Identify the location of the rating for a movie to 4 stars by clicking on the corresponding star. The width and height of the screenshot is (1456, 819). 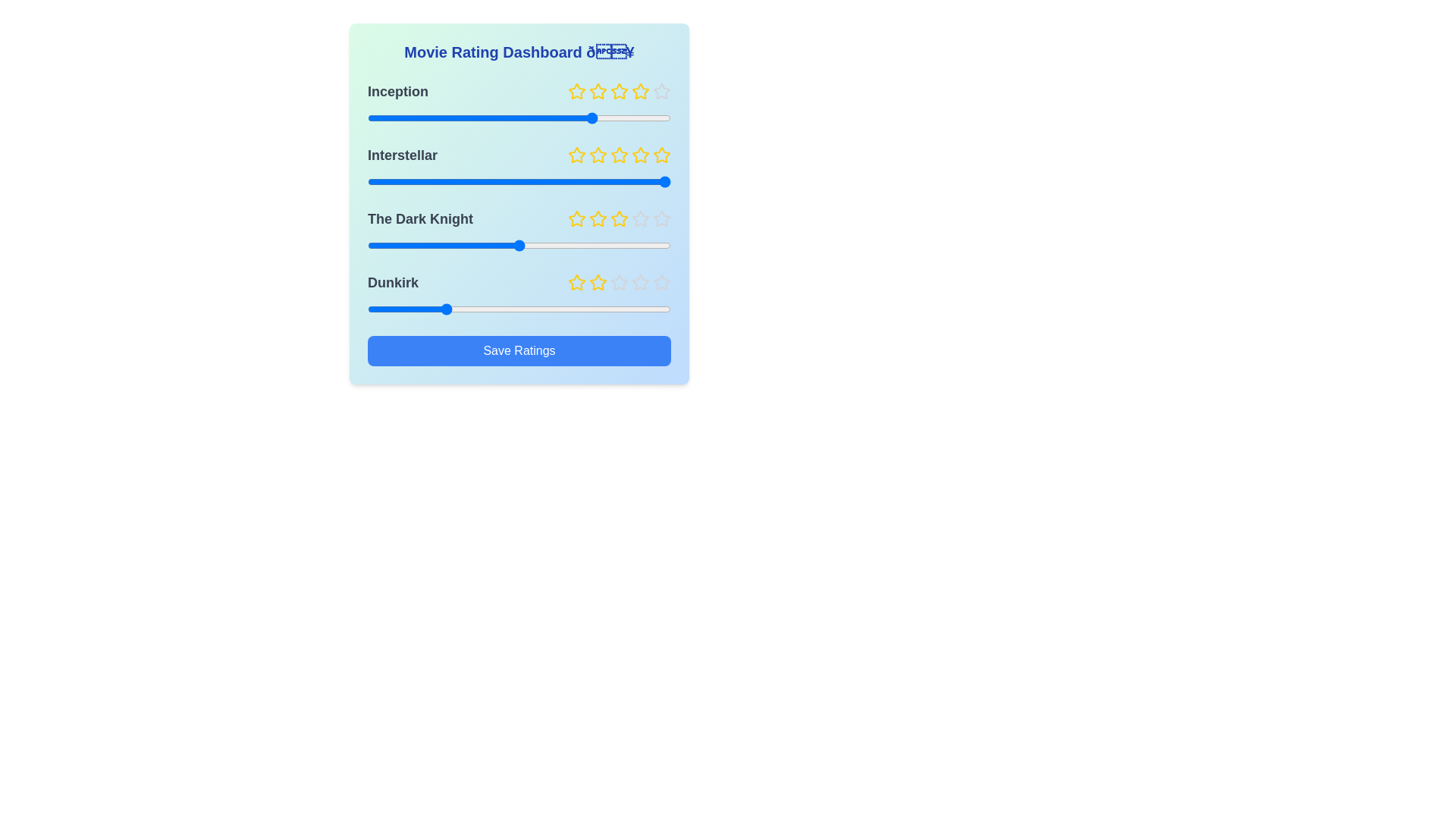
(640, 91).